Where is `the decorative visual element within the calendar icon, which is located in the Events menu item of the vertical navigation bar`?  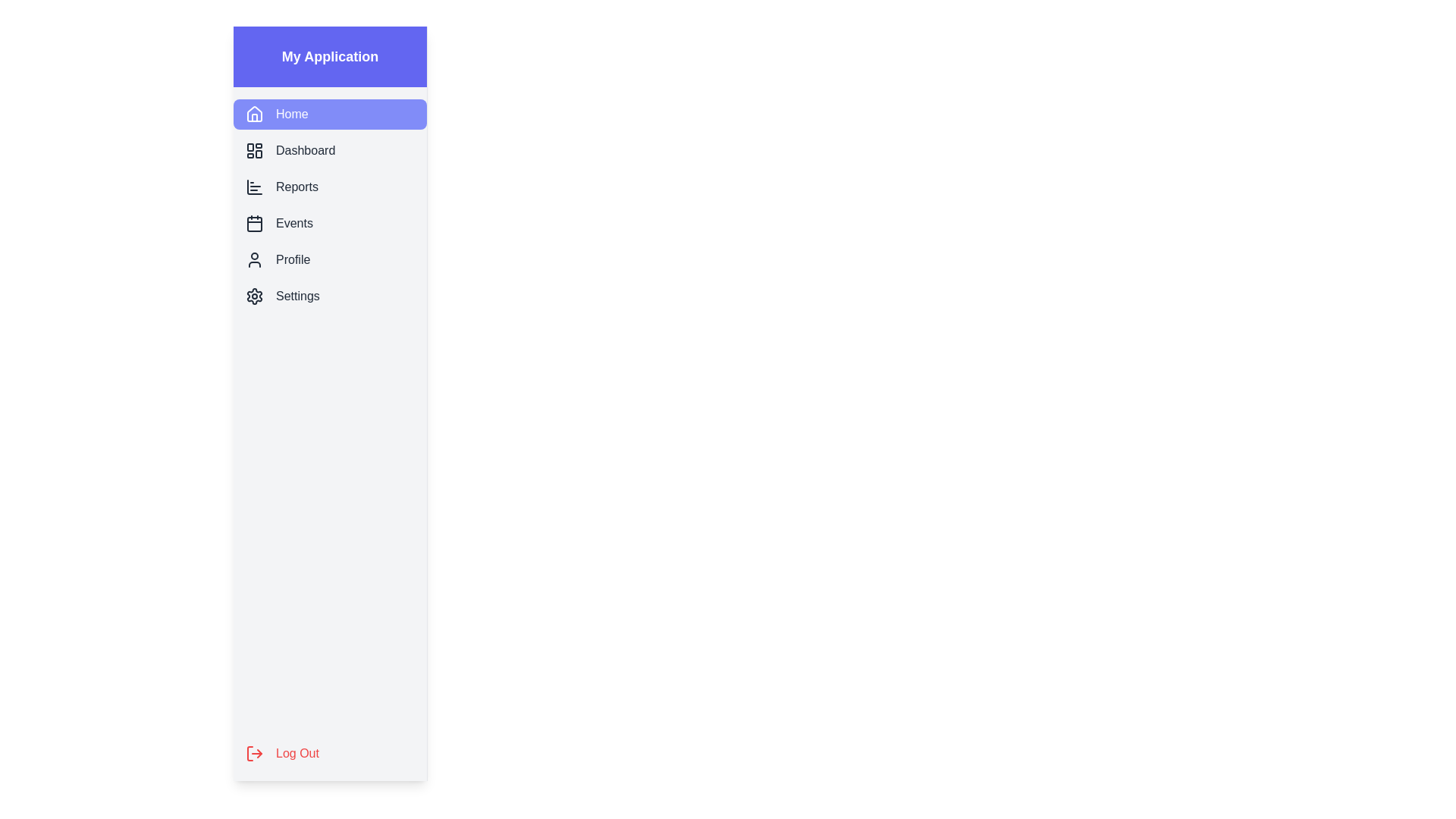
the decorative visual element within the calendar icon, which is located in the Events menu item of the vertical navigation bar is located at coordinates (255, 224).